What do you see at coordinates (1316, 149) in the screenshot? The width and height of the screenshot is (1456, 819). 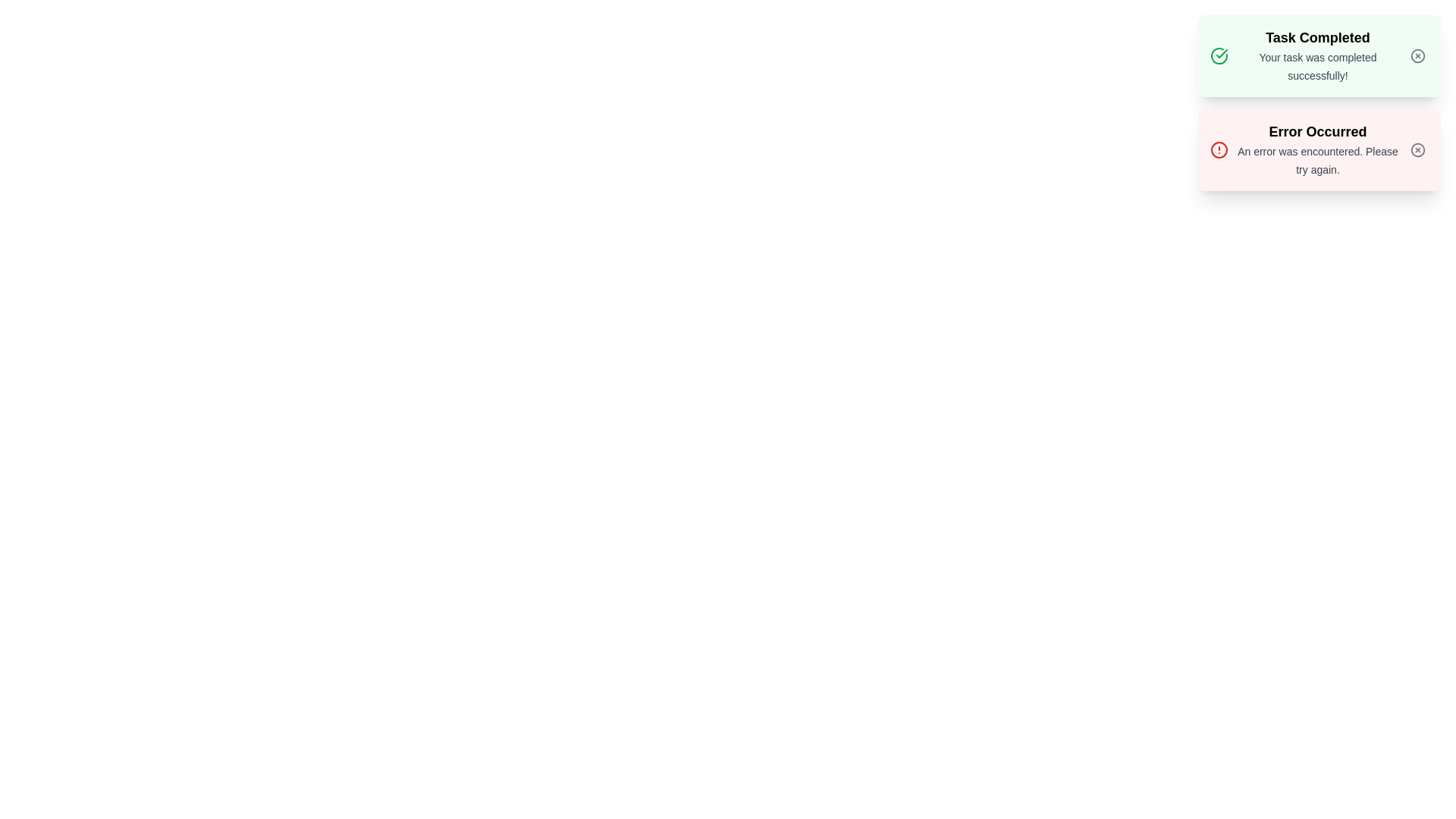 I see `the message displayed in the Text display component that shows the title 'Error Occurred' and the message 'An error was encountered. Please try again.'` at bounding box center [1316, 149].